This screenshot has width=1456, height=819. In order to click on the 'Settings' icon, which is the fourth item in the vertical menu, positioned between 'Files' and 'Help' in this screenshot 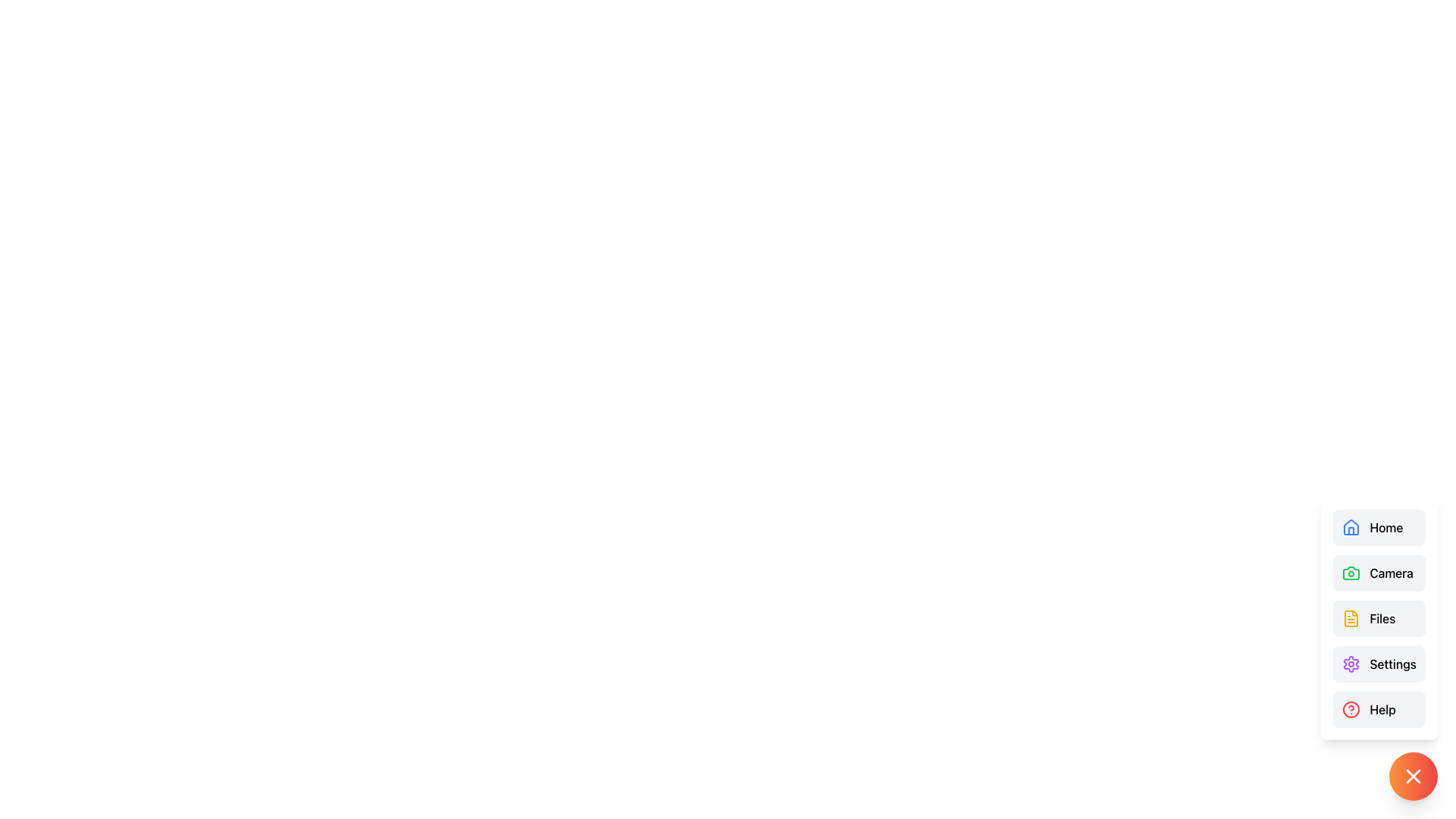, I will do `click(1351, 663)`.